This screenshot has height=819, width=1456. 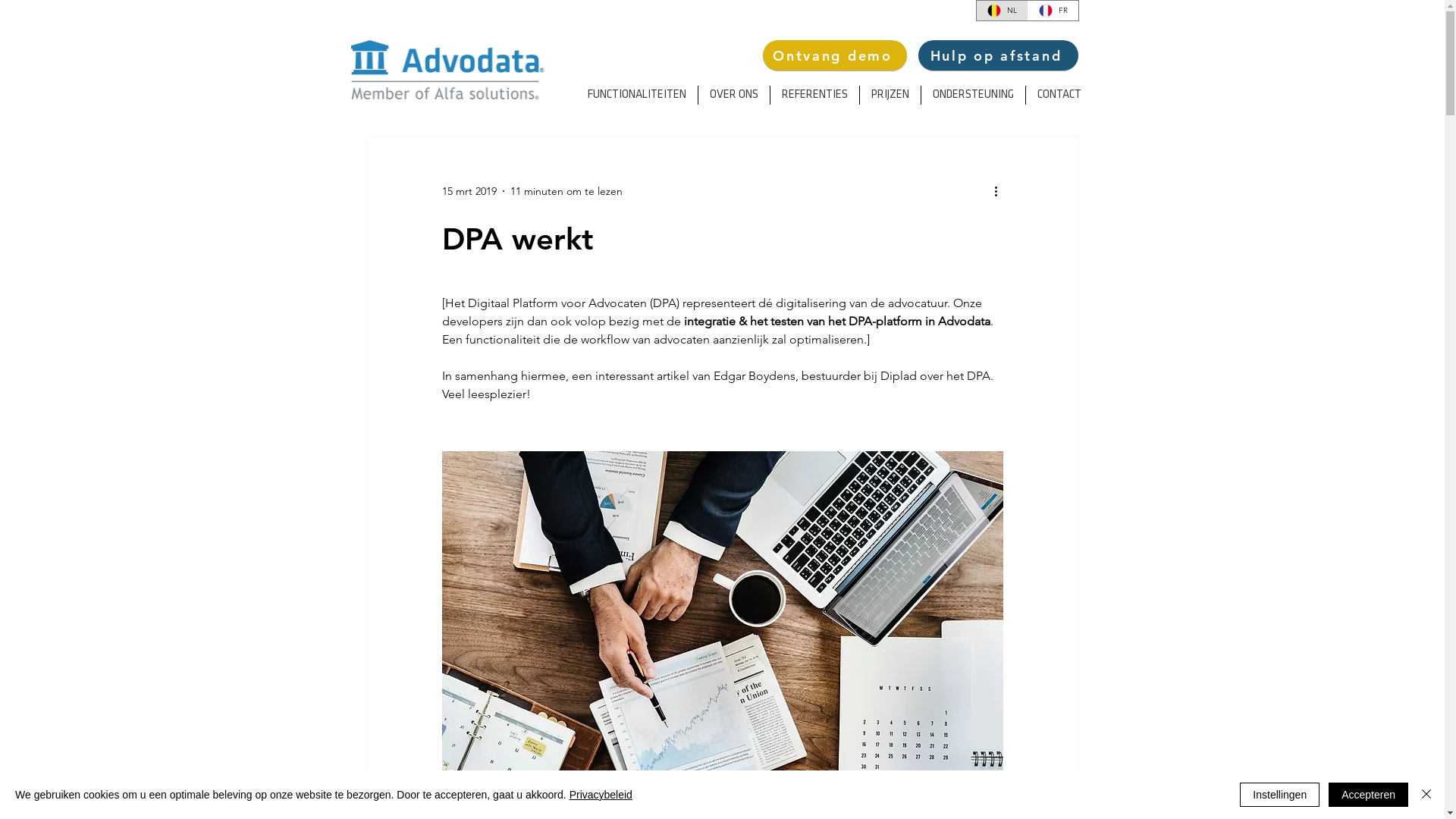 What do you see at coordinates (1051, 11) in the screenshot?
I see `'FR'` at bounding box center [1051, 11].